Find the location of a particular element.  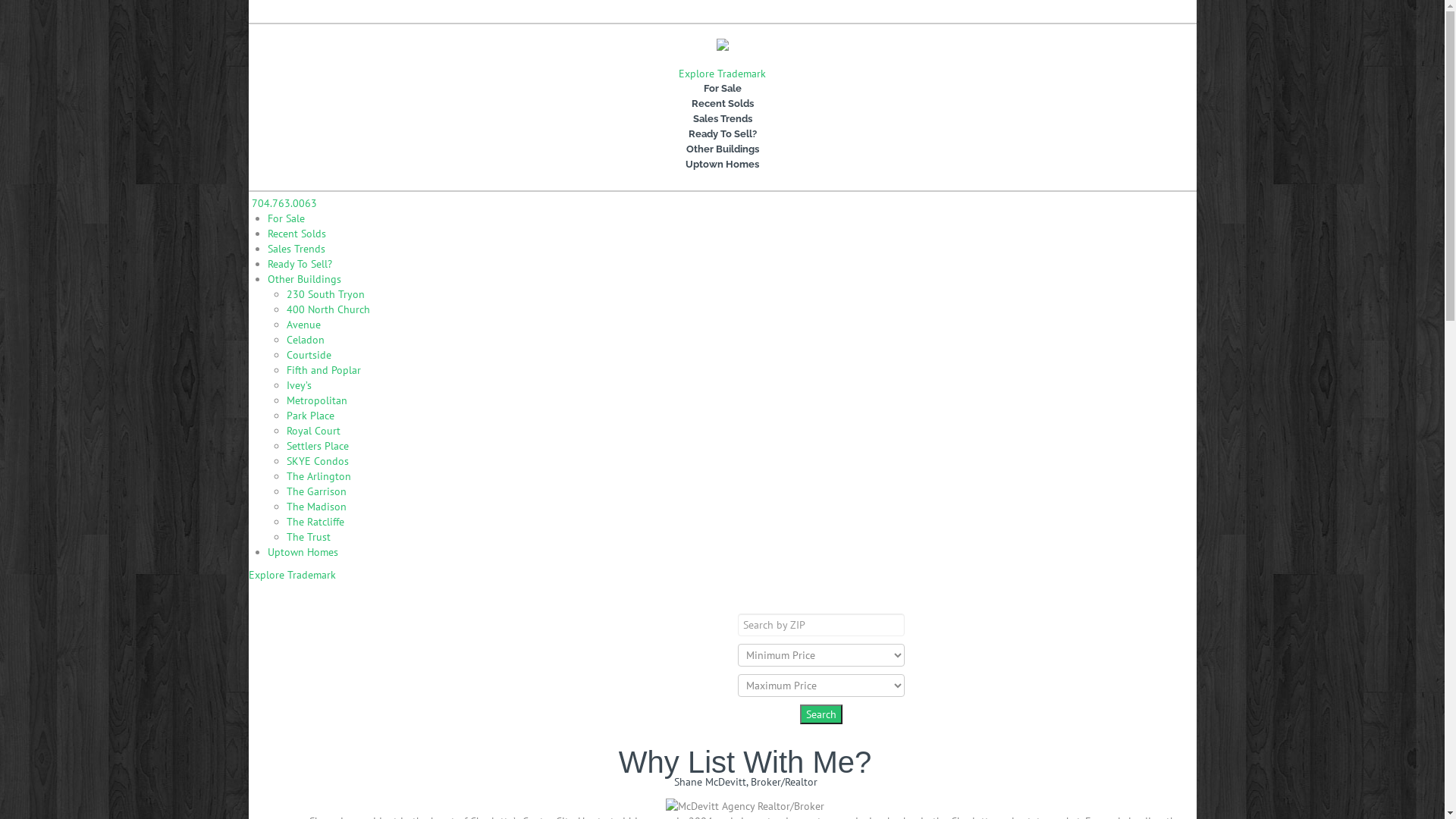

'Park Place' is located at coordinates (309, 415).